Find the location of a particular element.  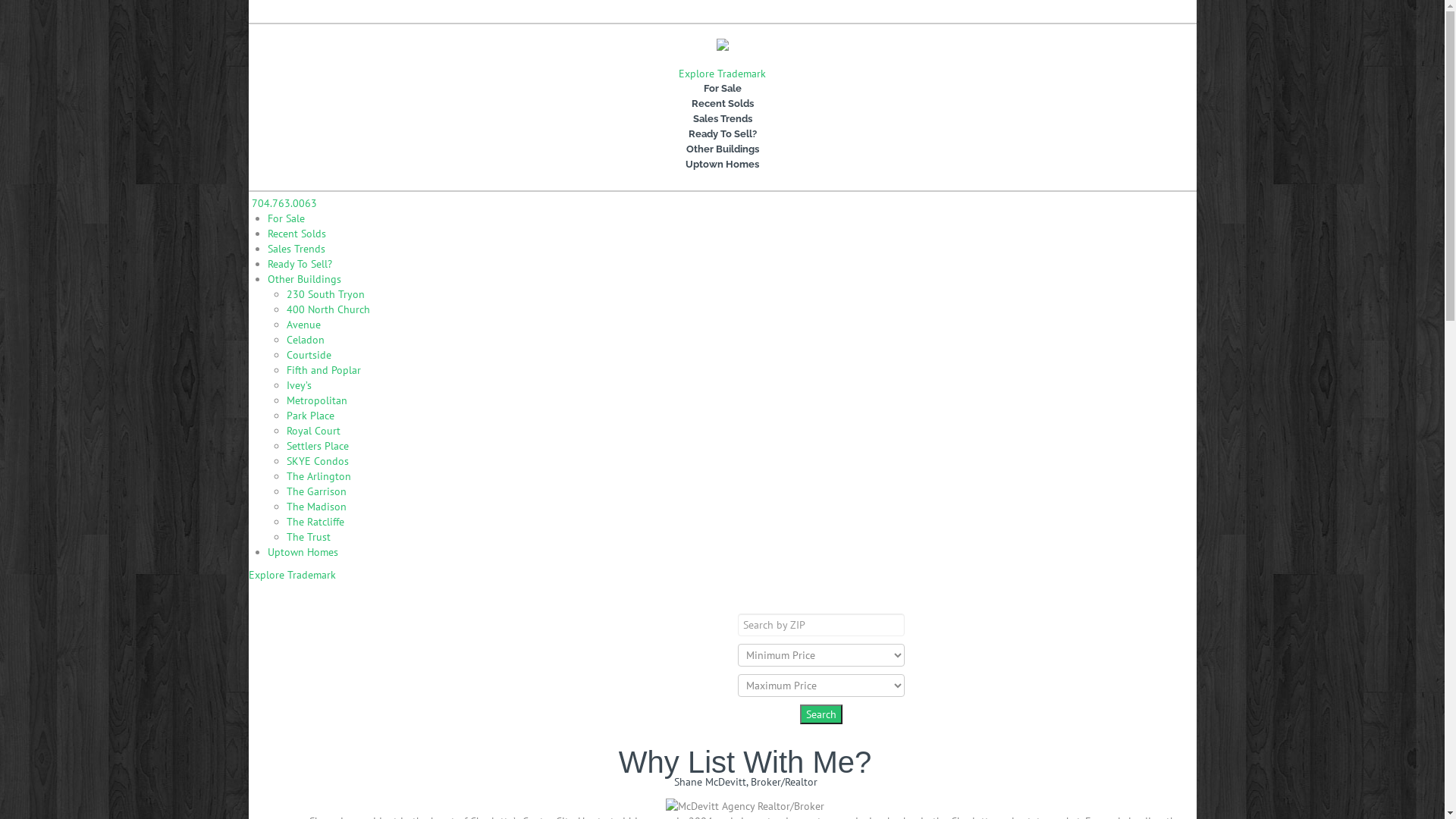

'Park Place' is located at coordinates (309, 415).